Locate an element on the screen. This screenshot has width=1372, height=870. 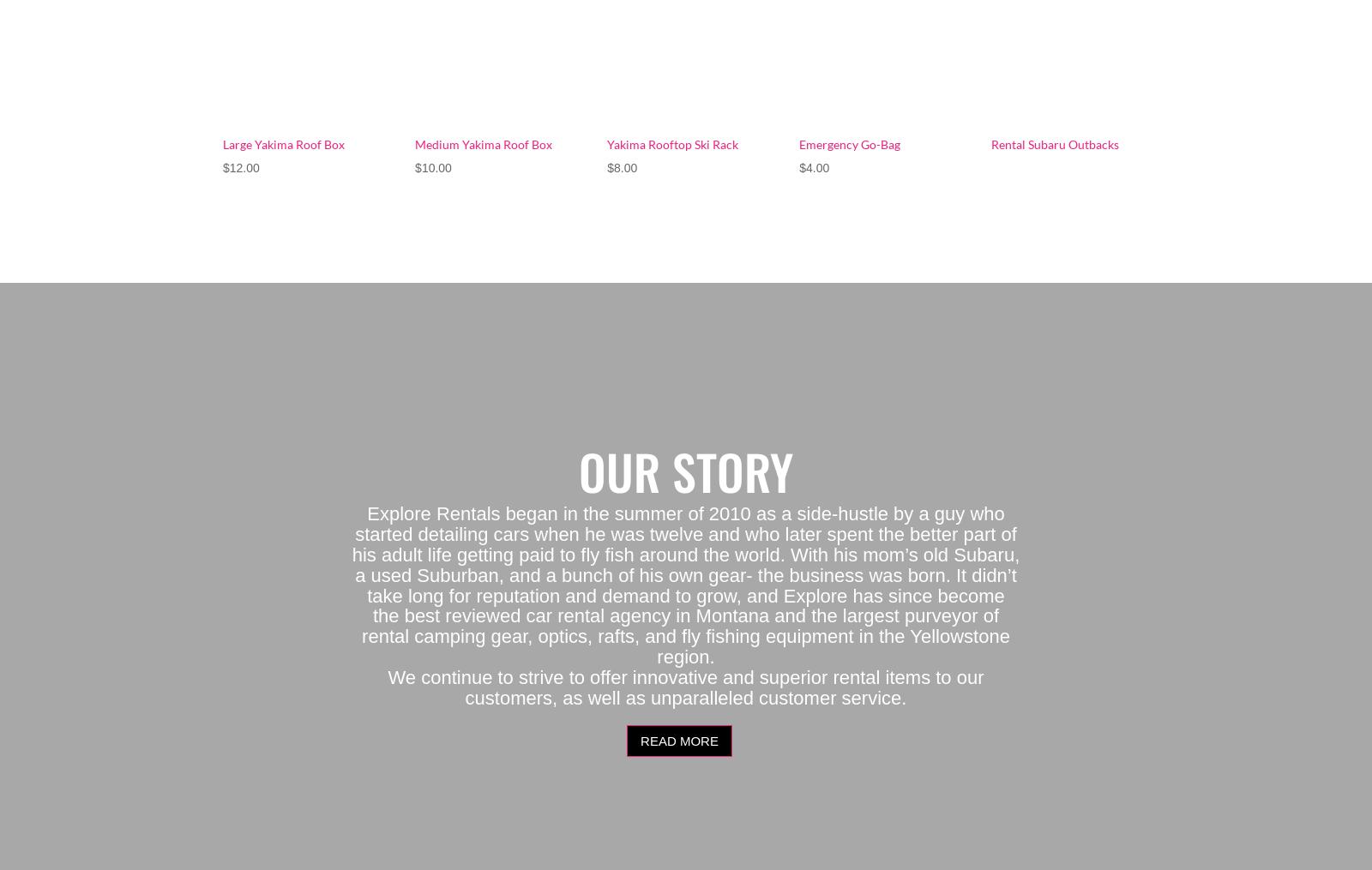
'10.00' is located at coordinates (435, 165).